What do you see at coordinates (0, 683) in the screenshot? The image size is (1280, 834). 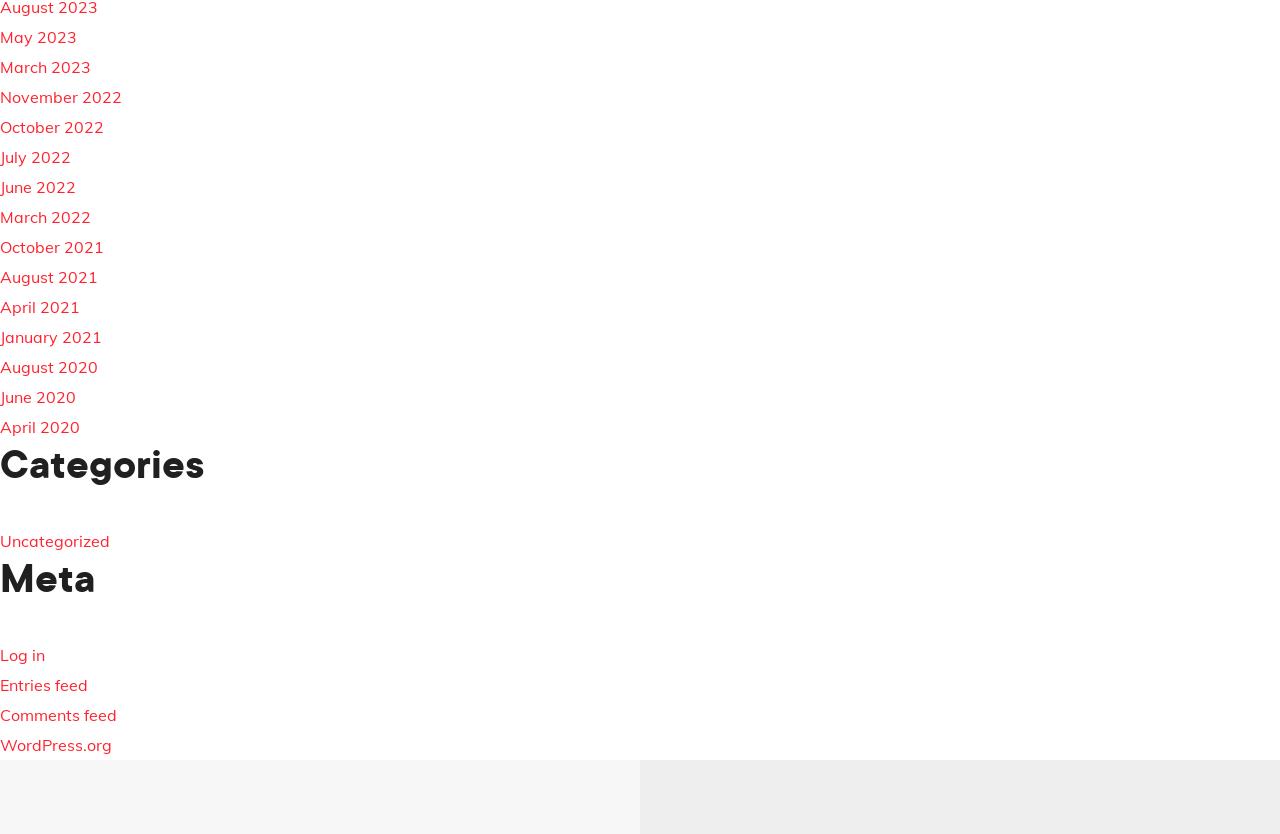 I see `'Entries feed'` at bounding box center [0, 683].